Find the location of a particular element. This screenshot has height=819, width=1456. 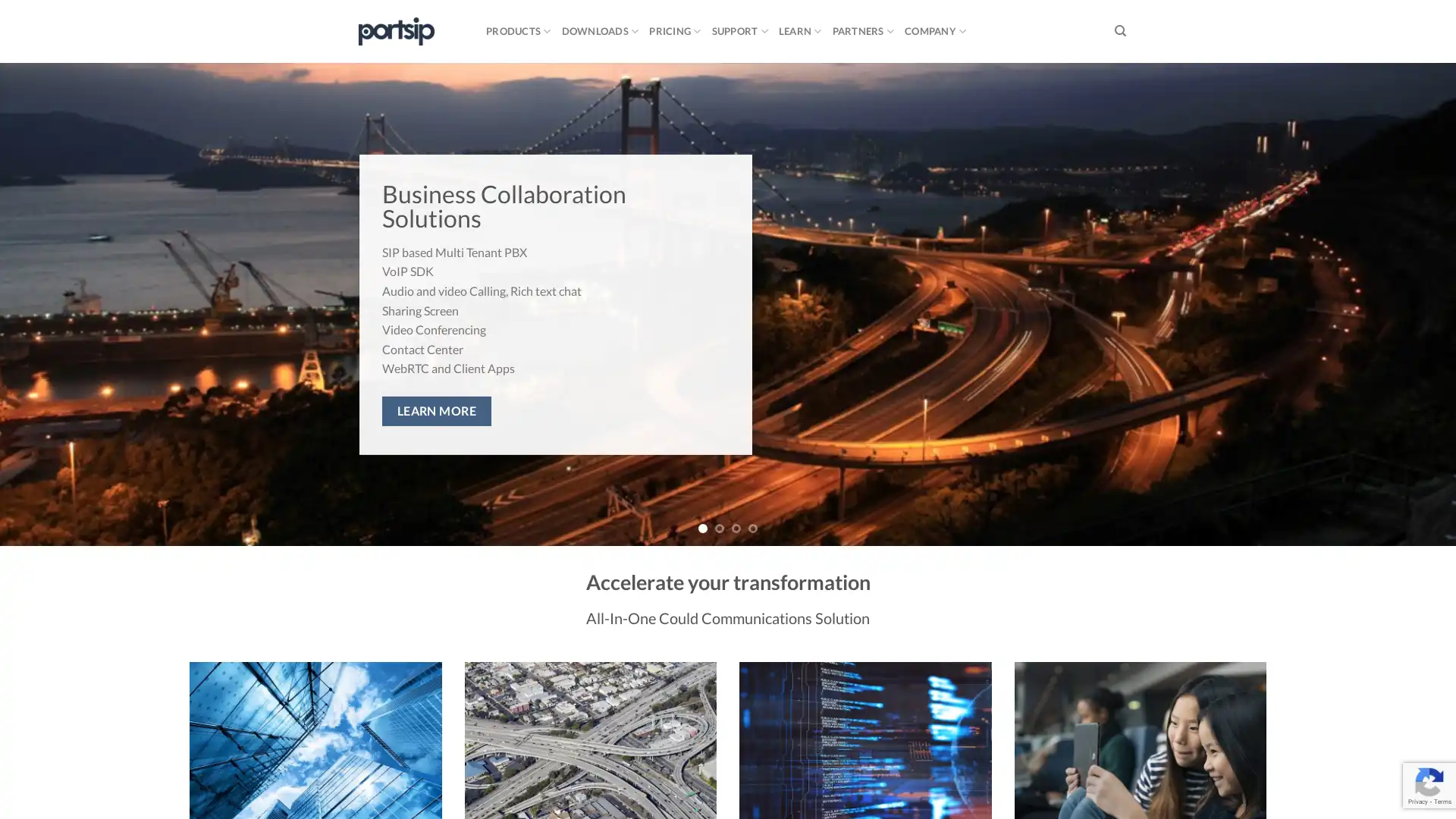

Next is located at coordinates (1407, 304).